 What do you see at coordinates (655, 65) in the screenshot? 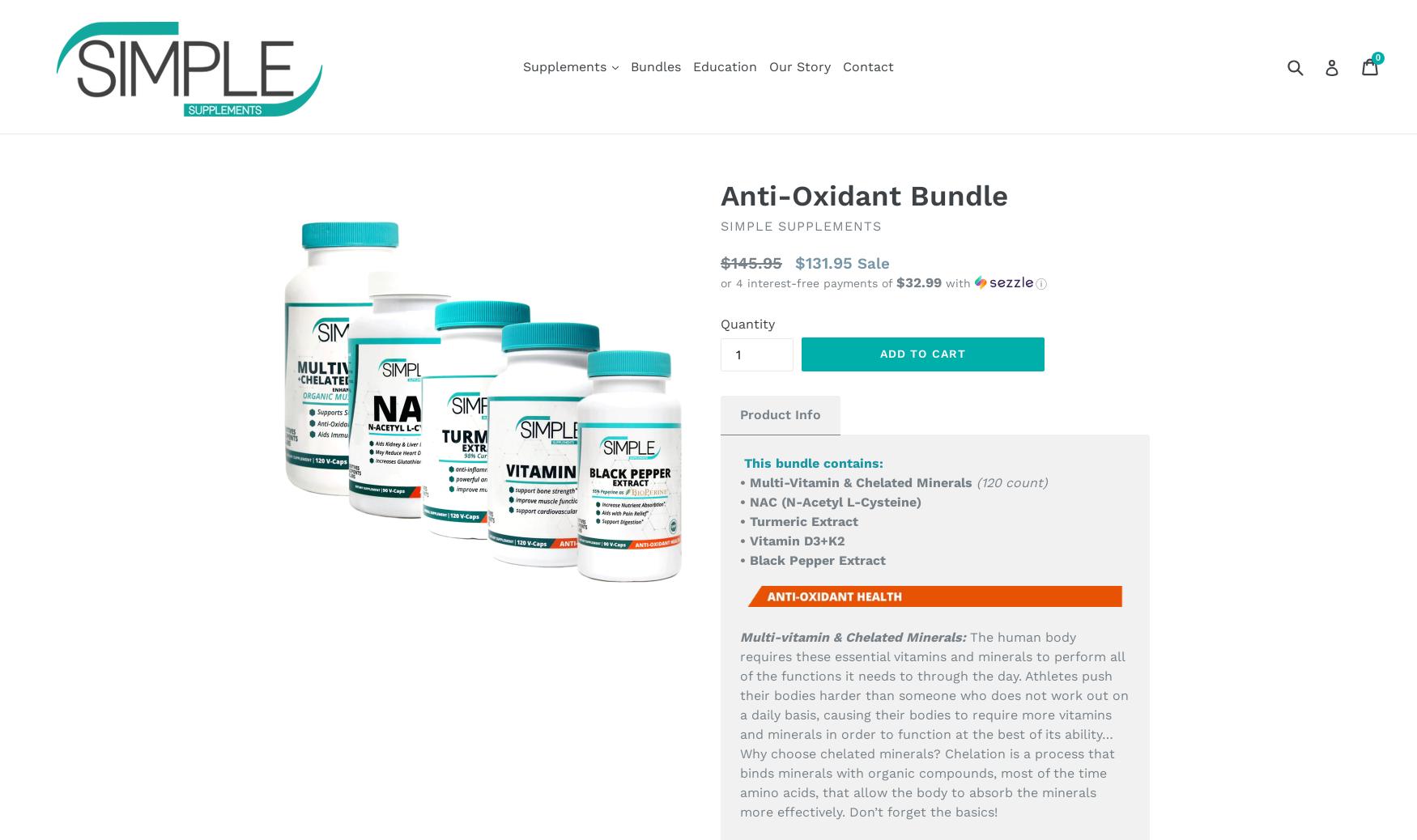
I see `'Bundles'` at bounding box center [655, 65].